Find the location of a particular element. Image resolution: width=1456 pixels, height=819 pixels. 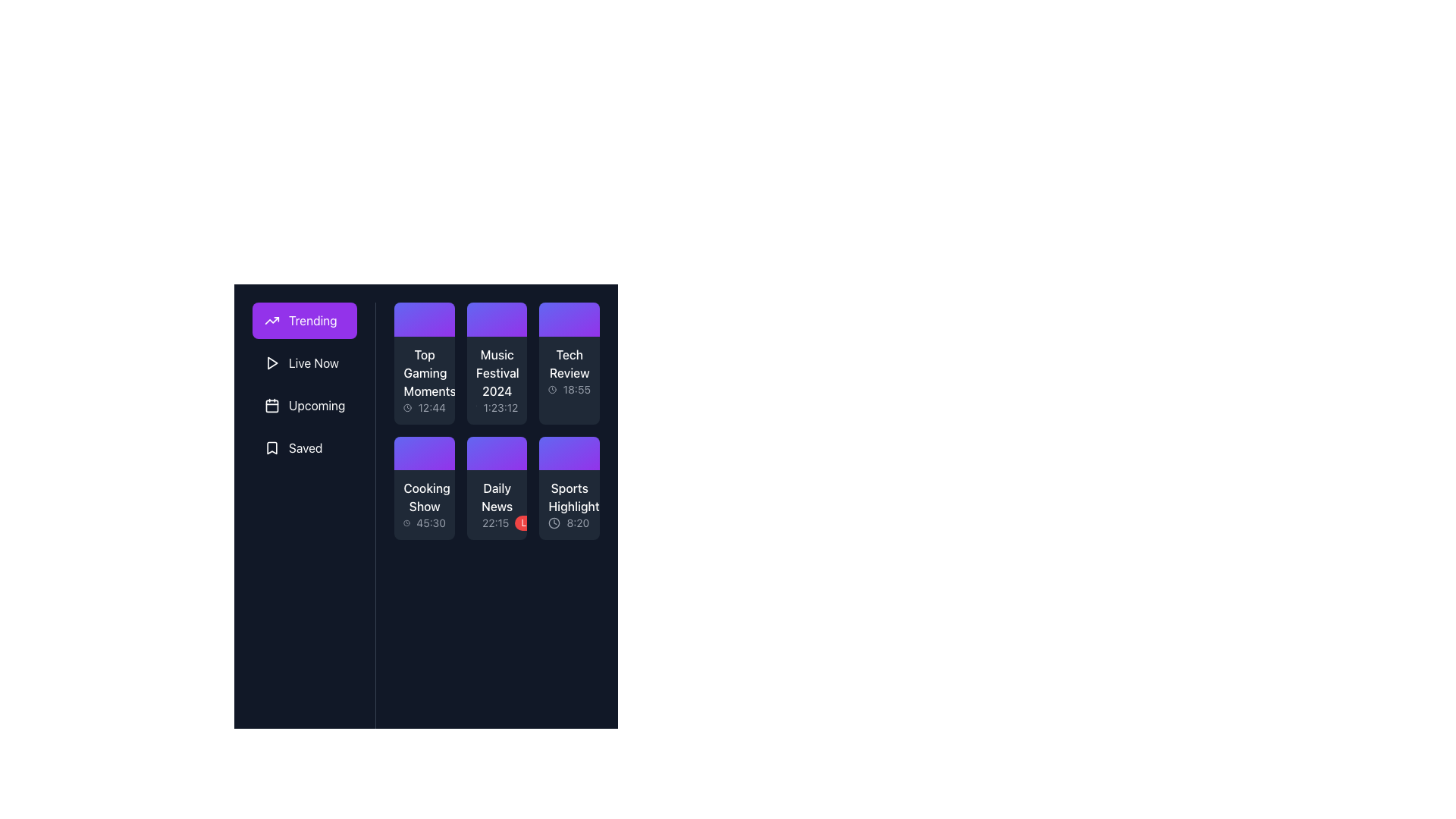

the graphical icon representing trending movement located in the highlighted 'Trending' sidebar section is located at coordinates (272, 320).